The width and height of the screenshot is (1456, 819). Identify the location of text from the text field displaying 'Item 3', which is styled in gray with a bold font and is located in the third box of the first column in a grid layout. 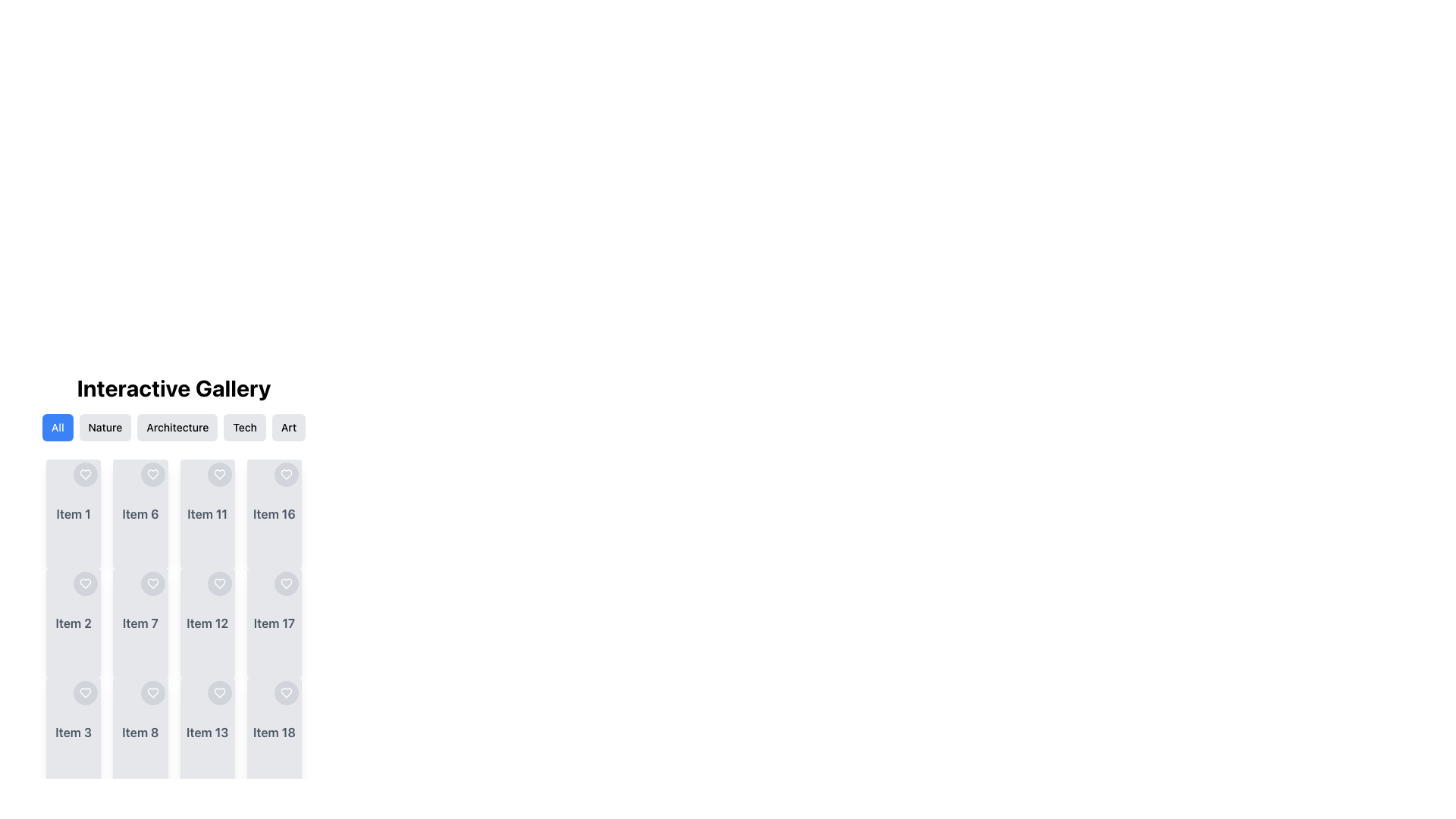
(73, 731).